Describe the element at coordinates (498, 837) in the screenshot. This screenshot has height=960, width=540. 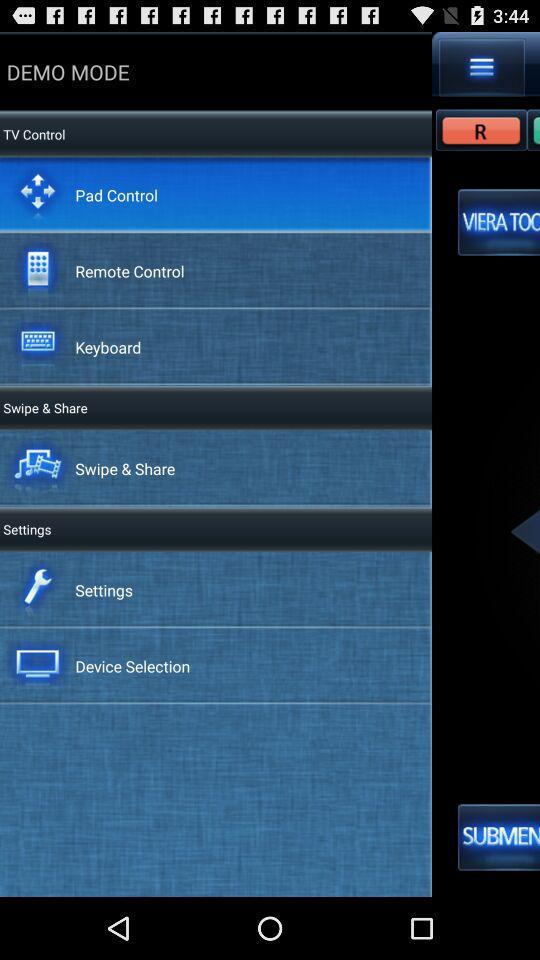
I see `item at the bottom right corner` at that location.